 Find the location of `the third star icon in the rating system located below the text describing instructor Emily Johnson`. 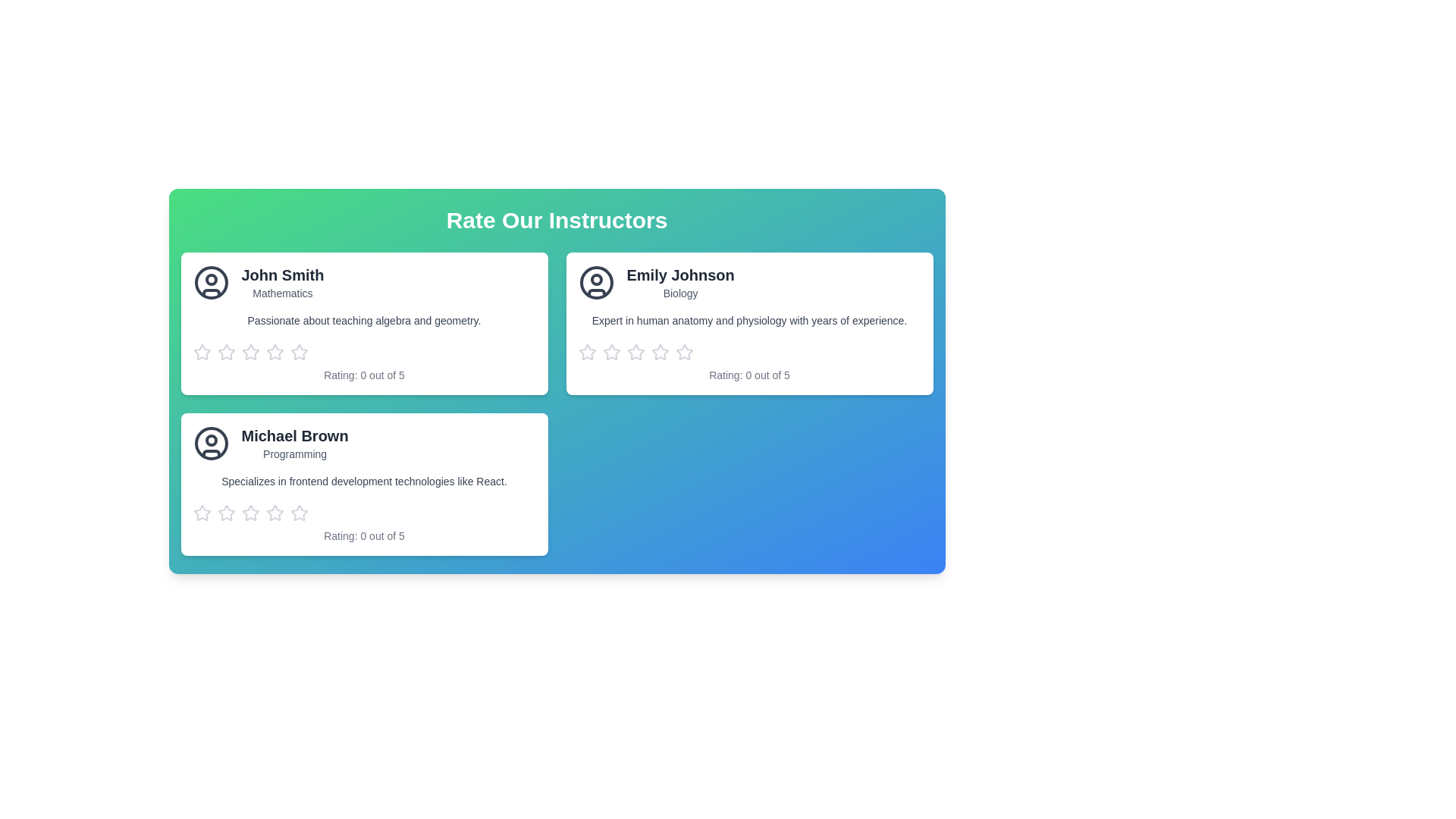

the third star icon in the rating system located below the text describing instructor Emily Johnson is located at coordinates (635, 353).